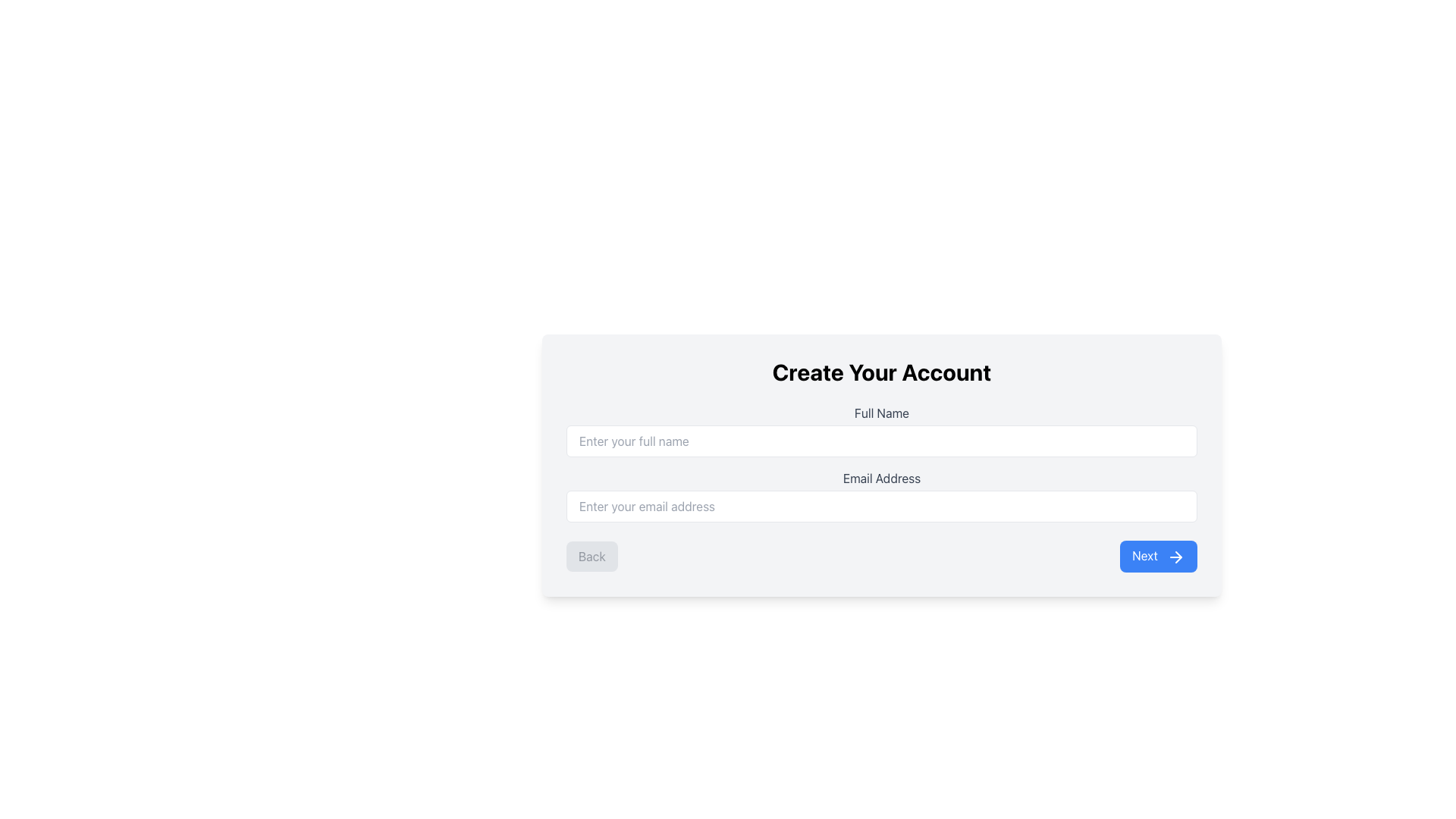  Describe the element at coordinates (881, 372) in the screenshot. I see `title text label that says 'Create Your Account', which is prominently displayed in bold, large font above the input fields in the form` at that location.